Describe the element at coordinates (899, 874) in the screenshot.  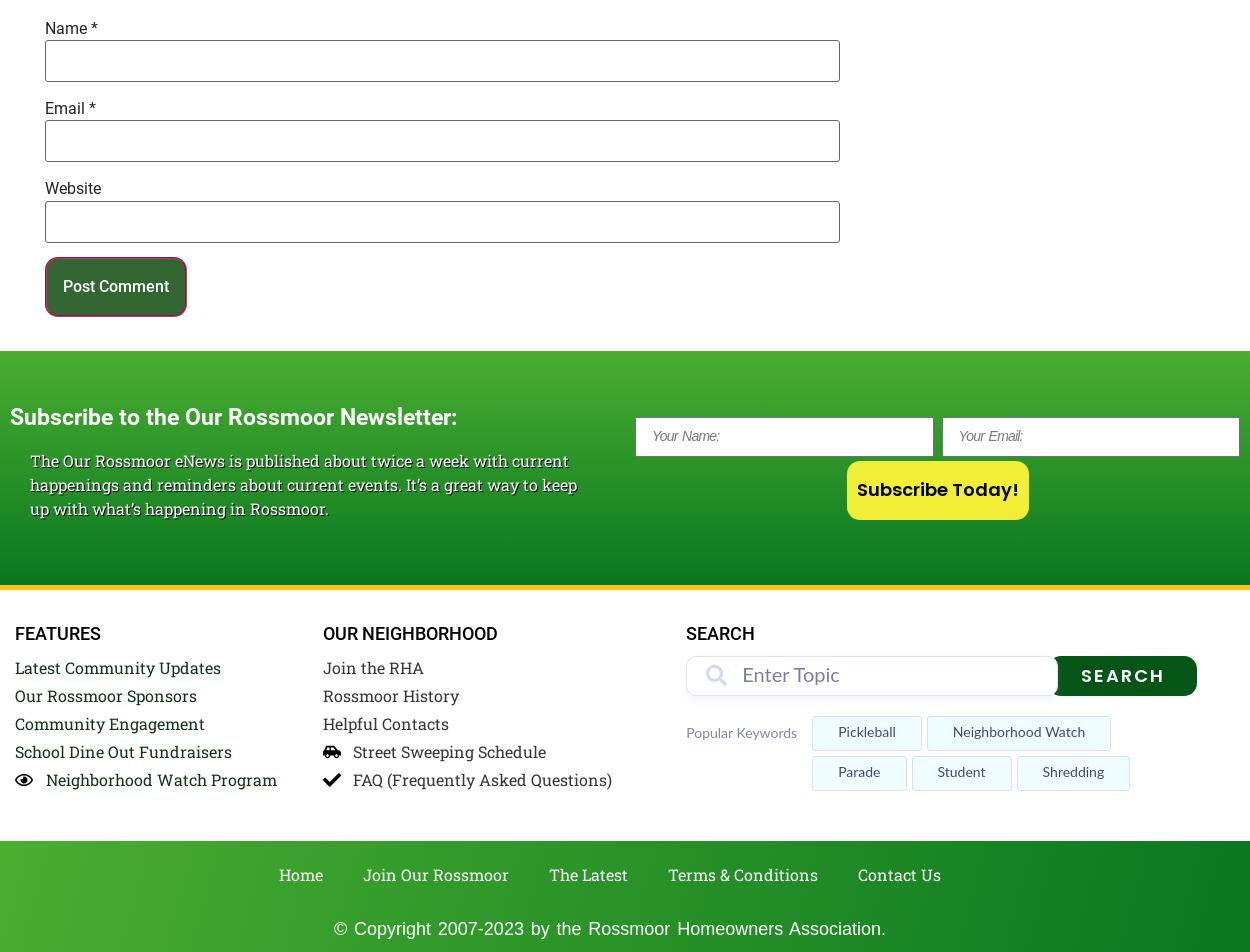
I see `'Contact Us'` at that location.